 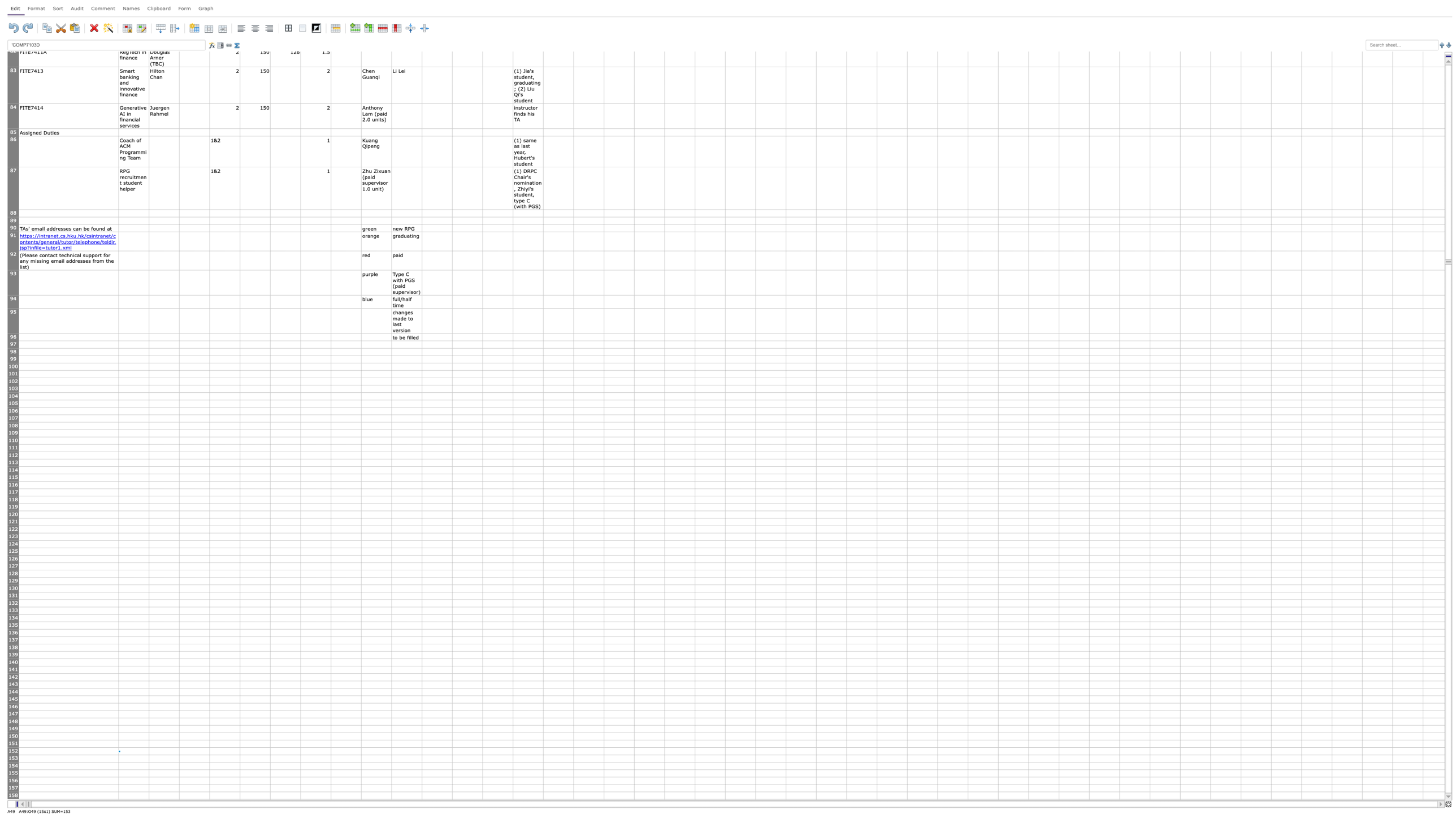 I want to click on Place cursor on row 153, so click(x=13, y=759).